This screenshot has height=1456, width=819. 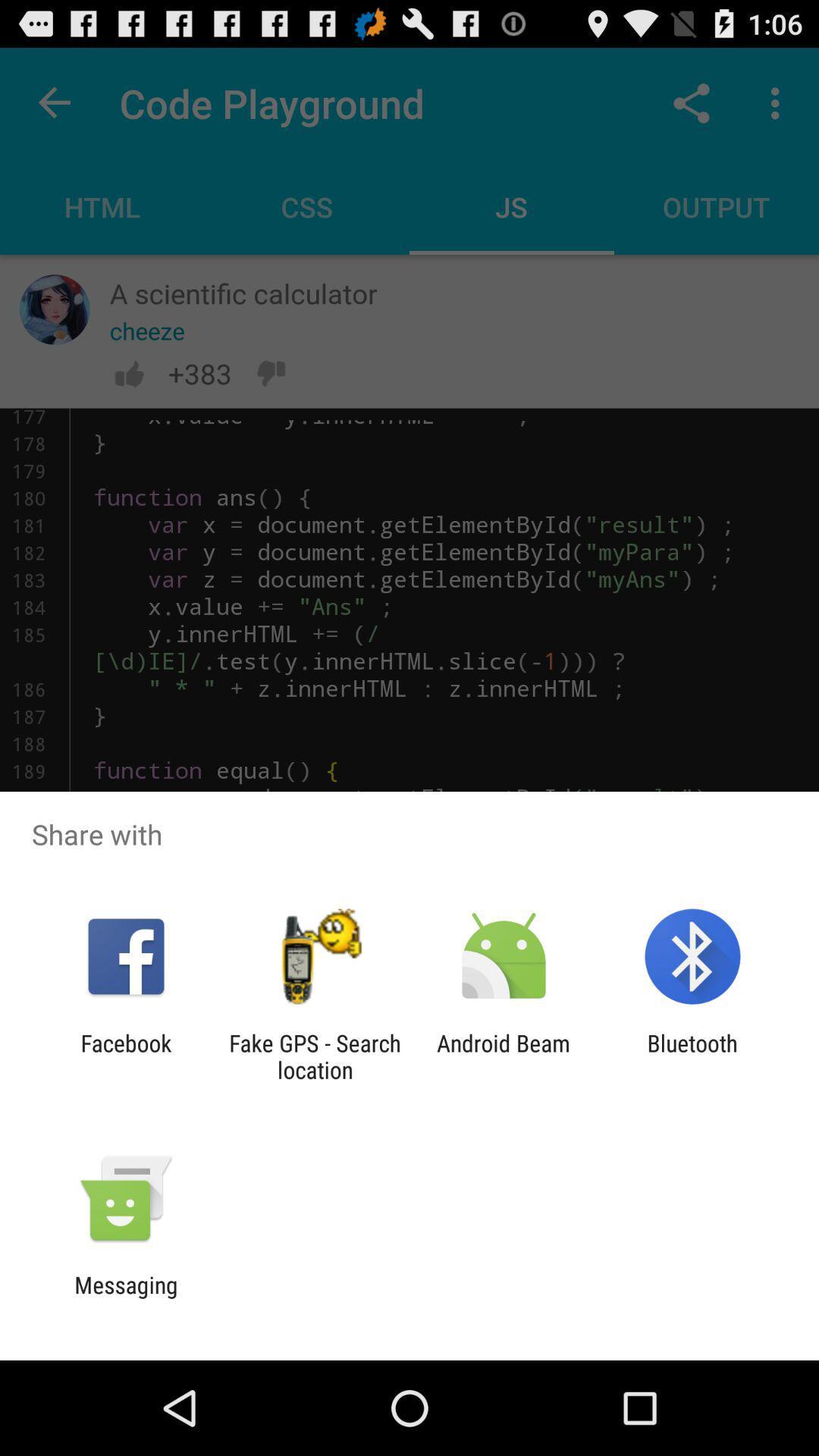 What do you see at coordinates (692, 1056) in the screenshot?
I see `app at the bottom right corner` at bounding box center [692, 1056].